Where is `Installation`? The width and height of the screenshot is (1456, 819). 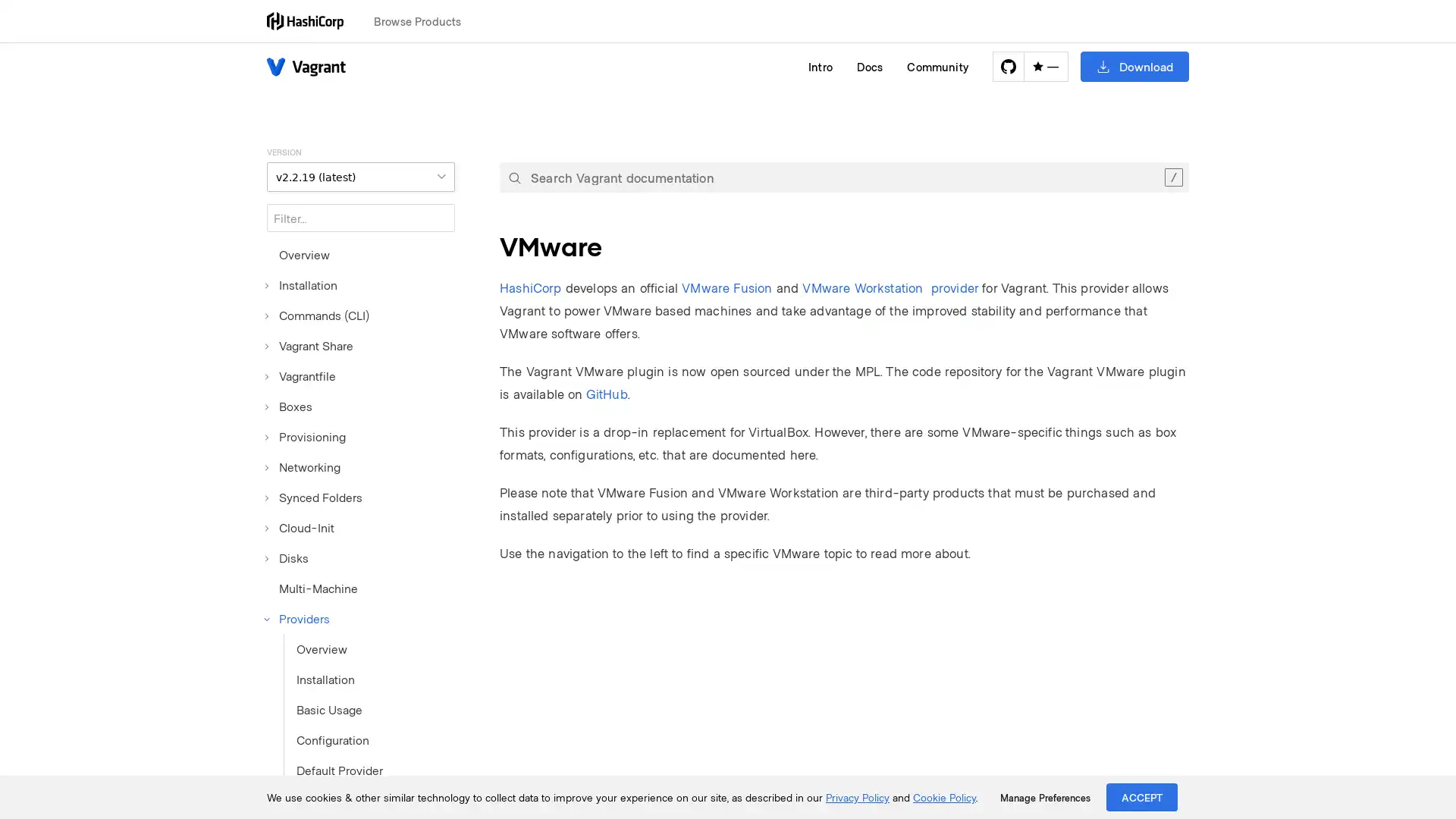
Installation is located at coordinates (302, 284).